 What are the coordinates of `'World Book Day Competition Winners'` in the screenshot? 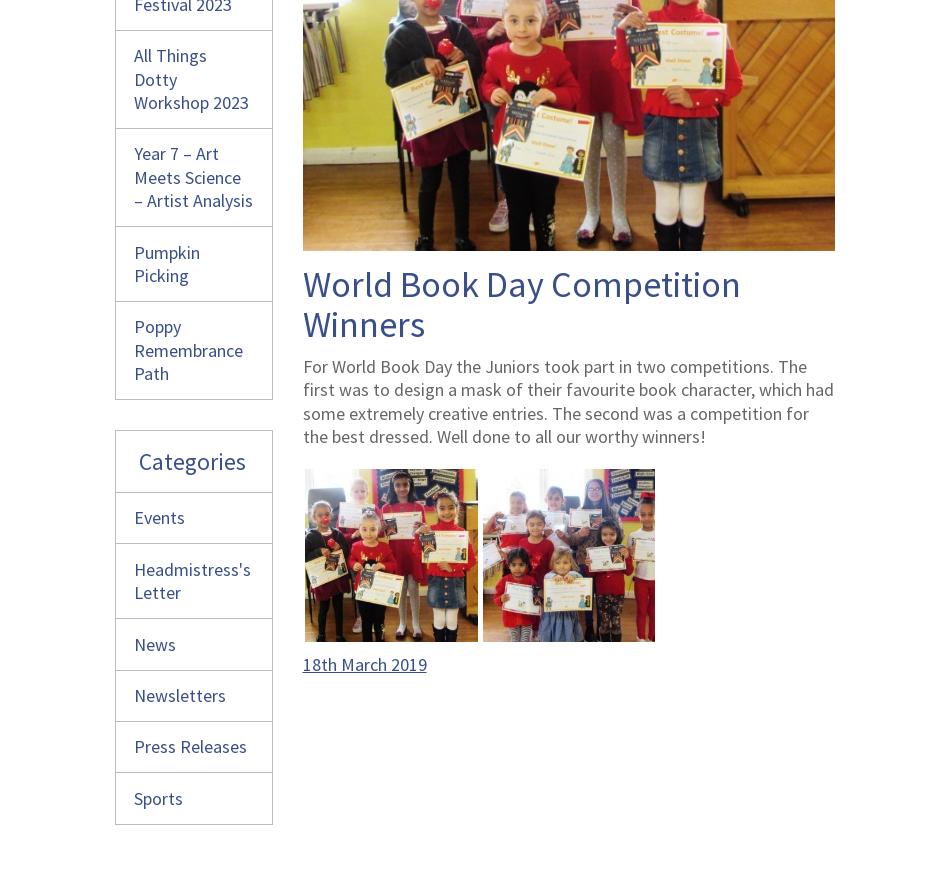 It's located at (520, 302).